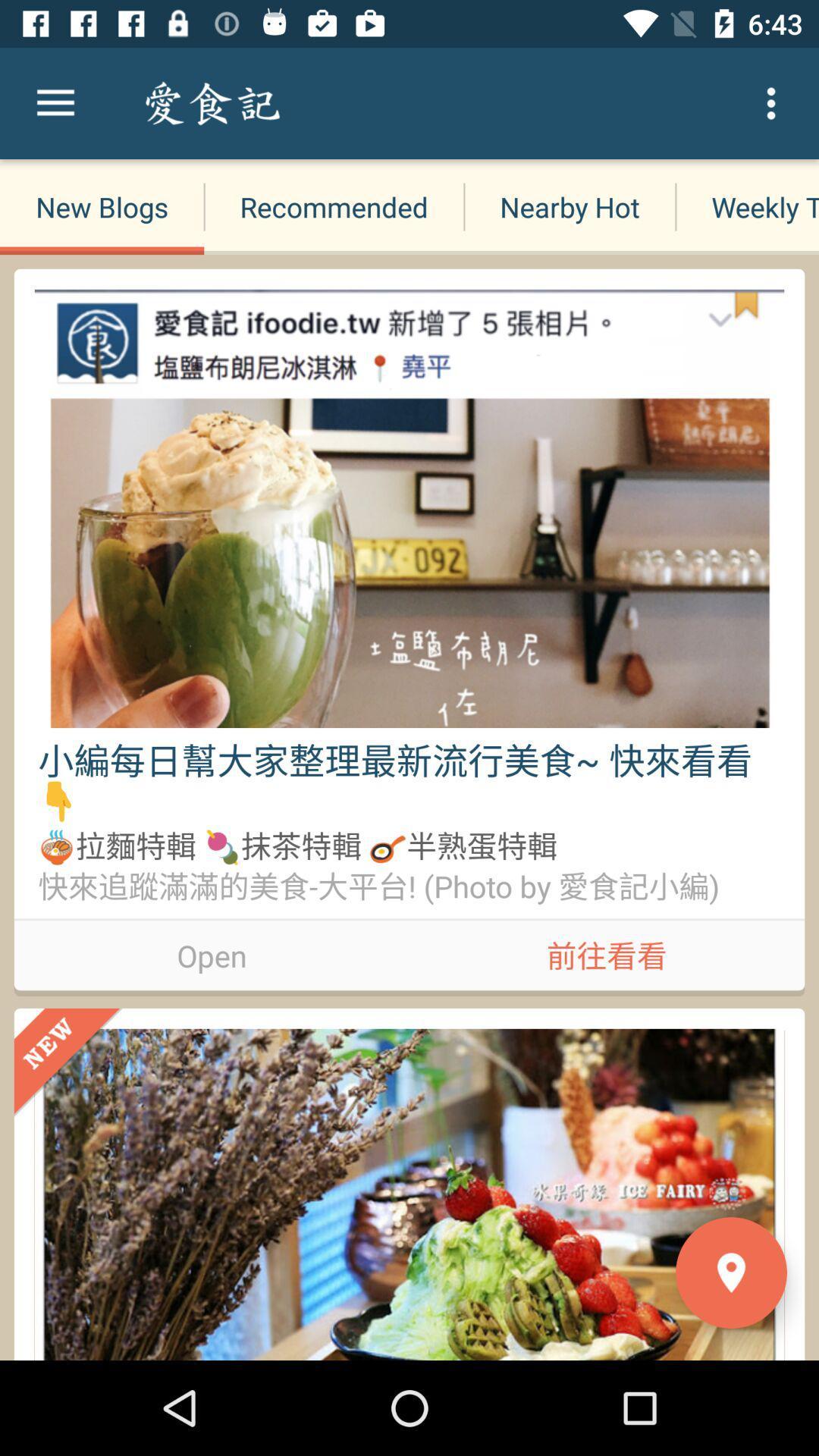 The image size is (819, 1456). What do you see at coordinates (318, 102) in the screenshot?
I see `the search blogs item` at bounding box center [318, 102].